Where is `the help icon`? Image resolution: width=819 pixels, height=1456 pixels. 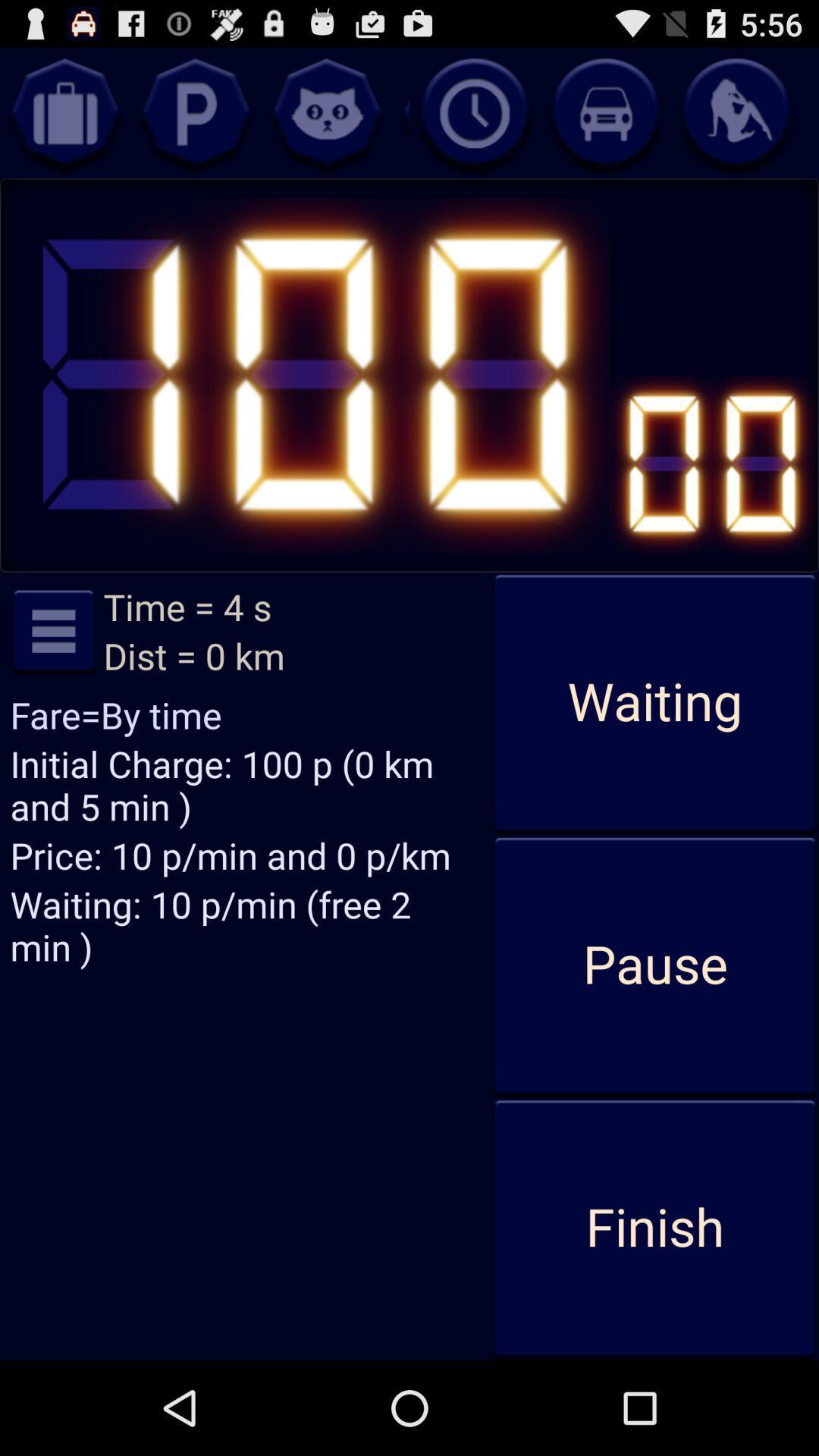 the help icon is located at coordinates (195, 120).